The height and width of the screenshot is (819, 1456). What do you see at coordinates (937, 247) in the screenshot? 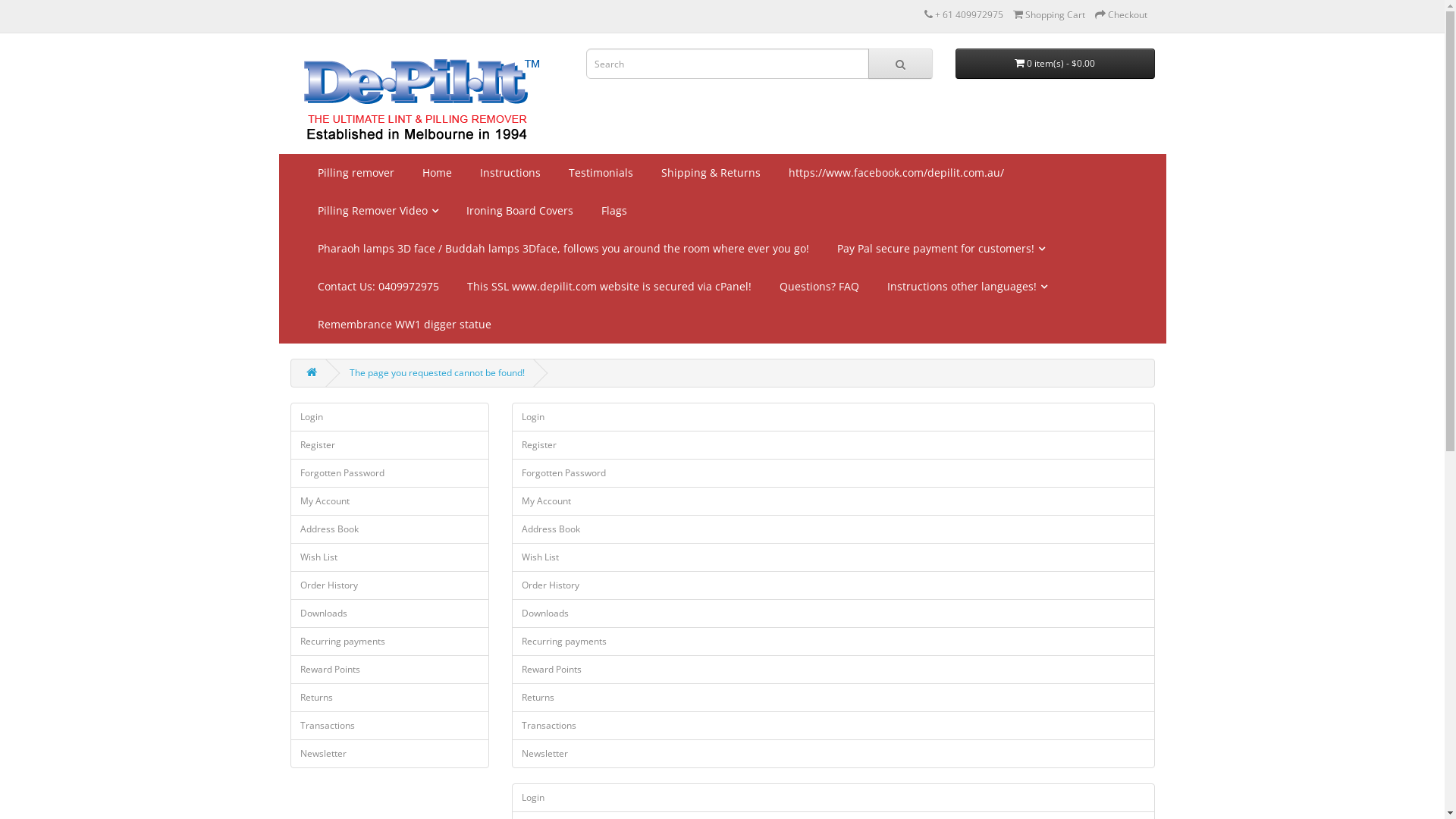
I see `'Pay Pal secure payment for customers!'` at bounding box center [937, 247].